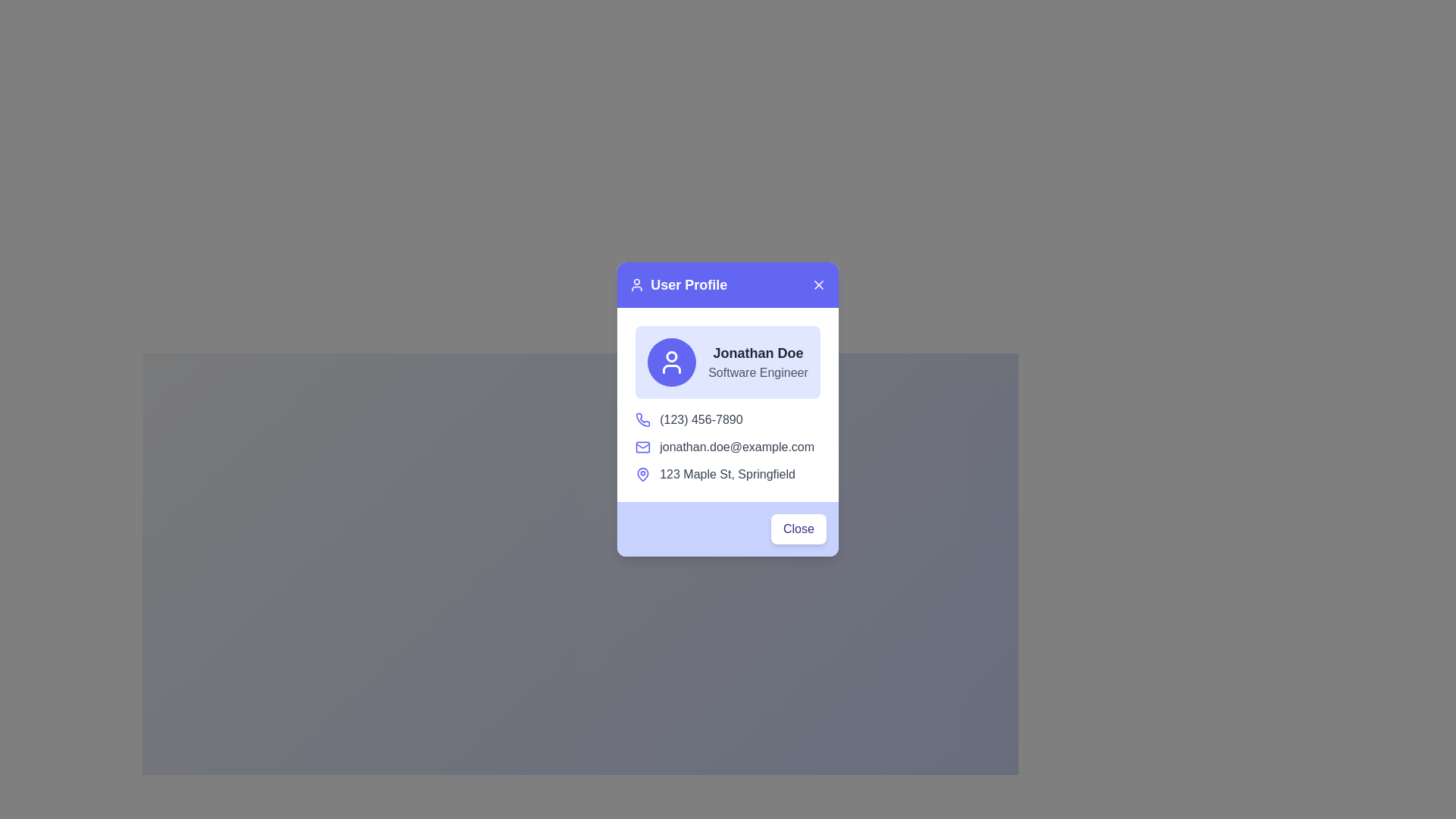 This screenshot has height=819, width=1456. Describe the element at coordinates (817, 284) in the screenshot. I see `the small square button with a purple background and an 'X' icon located at the top-right corner of the 'User Profile' header bar` at that location.